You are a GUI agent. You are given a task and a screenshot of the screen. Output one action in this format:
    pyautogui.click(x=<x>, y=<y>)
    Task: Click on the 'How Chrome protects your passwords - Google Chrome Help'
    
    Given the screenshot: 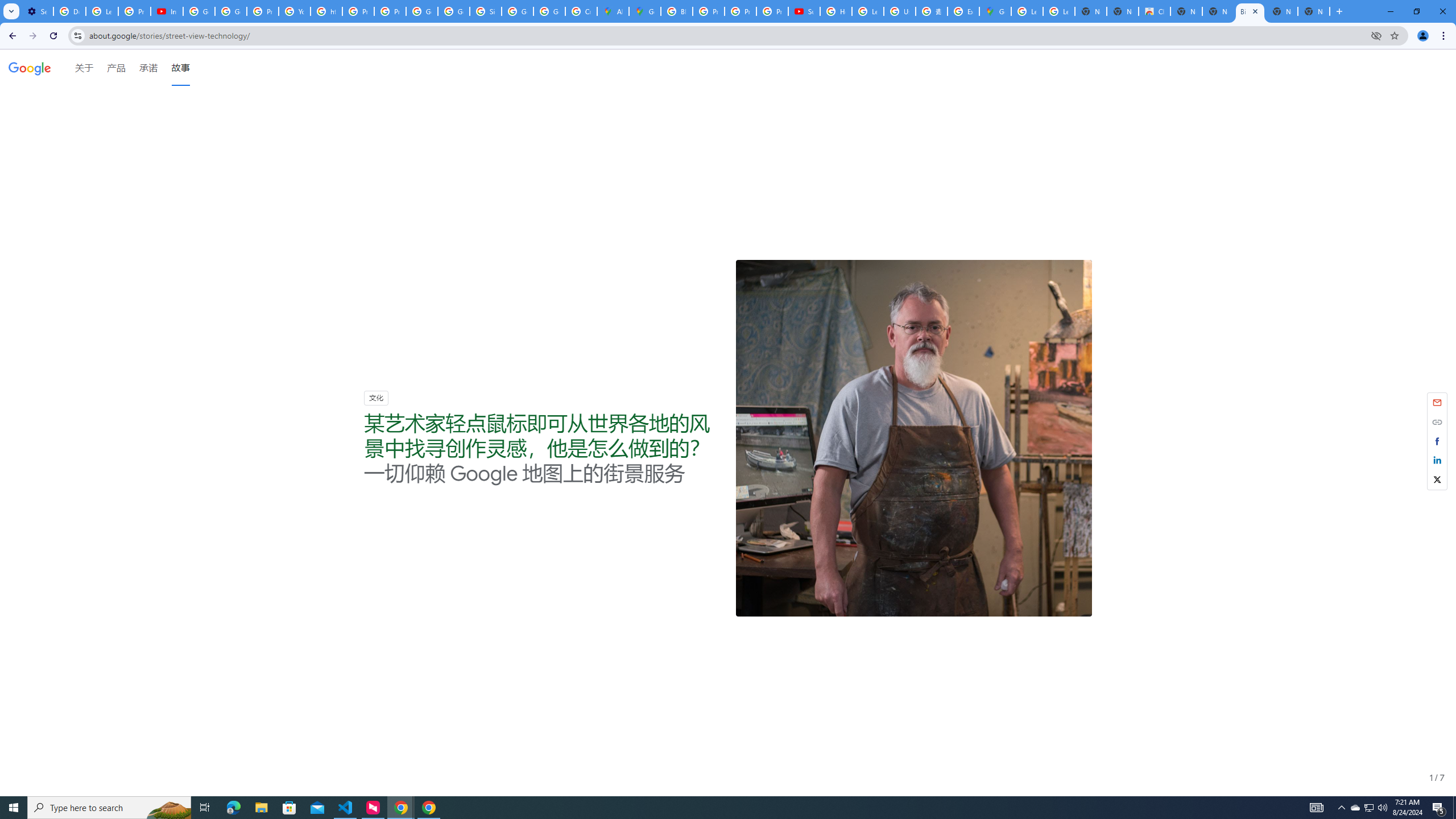 What is the action you would take?
    pyautogui.click(x=835, y=11)
    